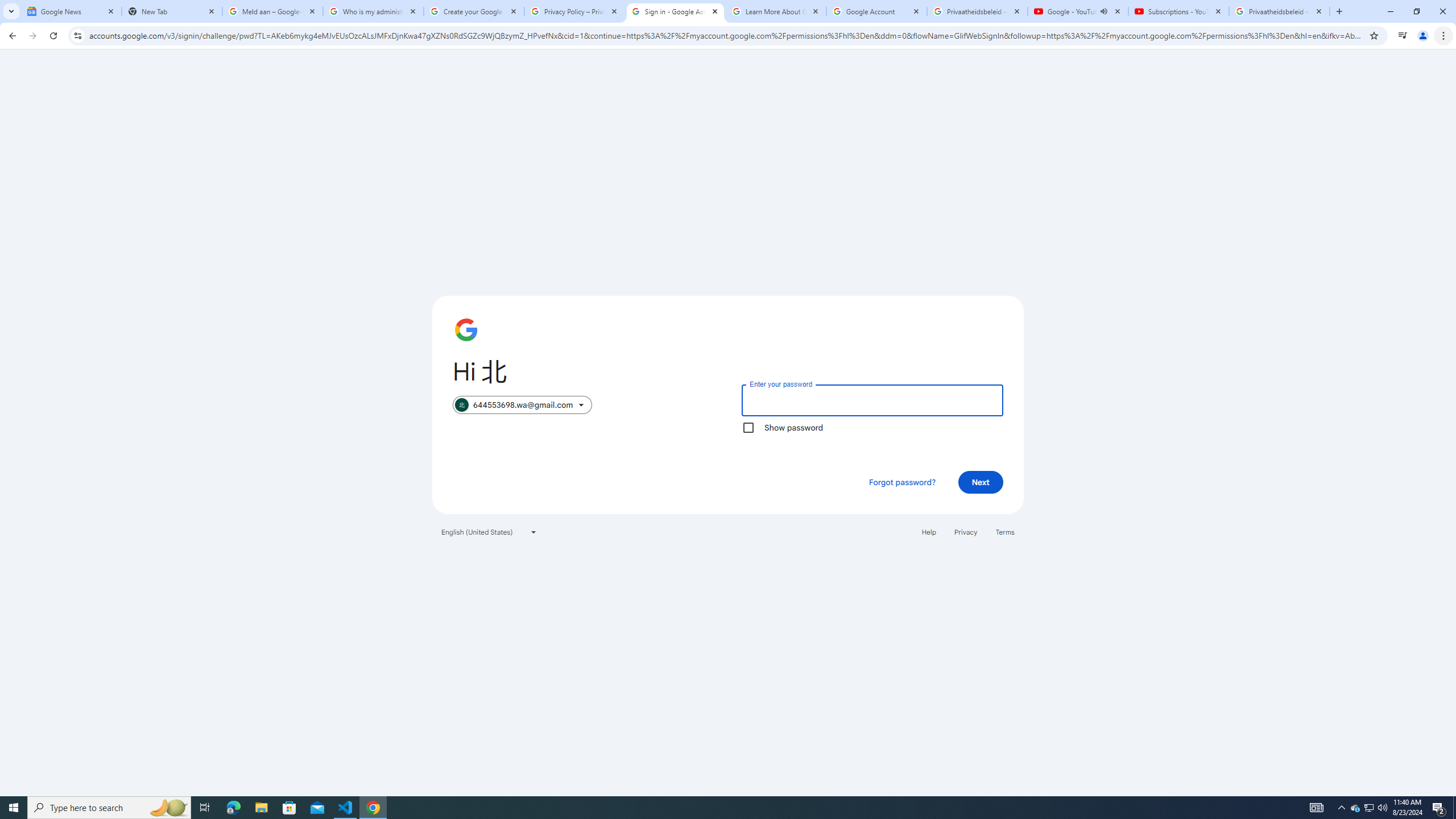 The height and width of the screenshot is (819, 1456). I want to click on 'Forgot password?', so click(901, 481).